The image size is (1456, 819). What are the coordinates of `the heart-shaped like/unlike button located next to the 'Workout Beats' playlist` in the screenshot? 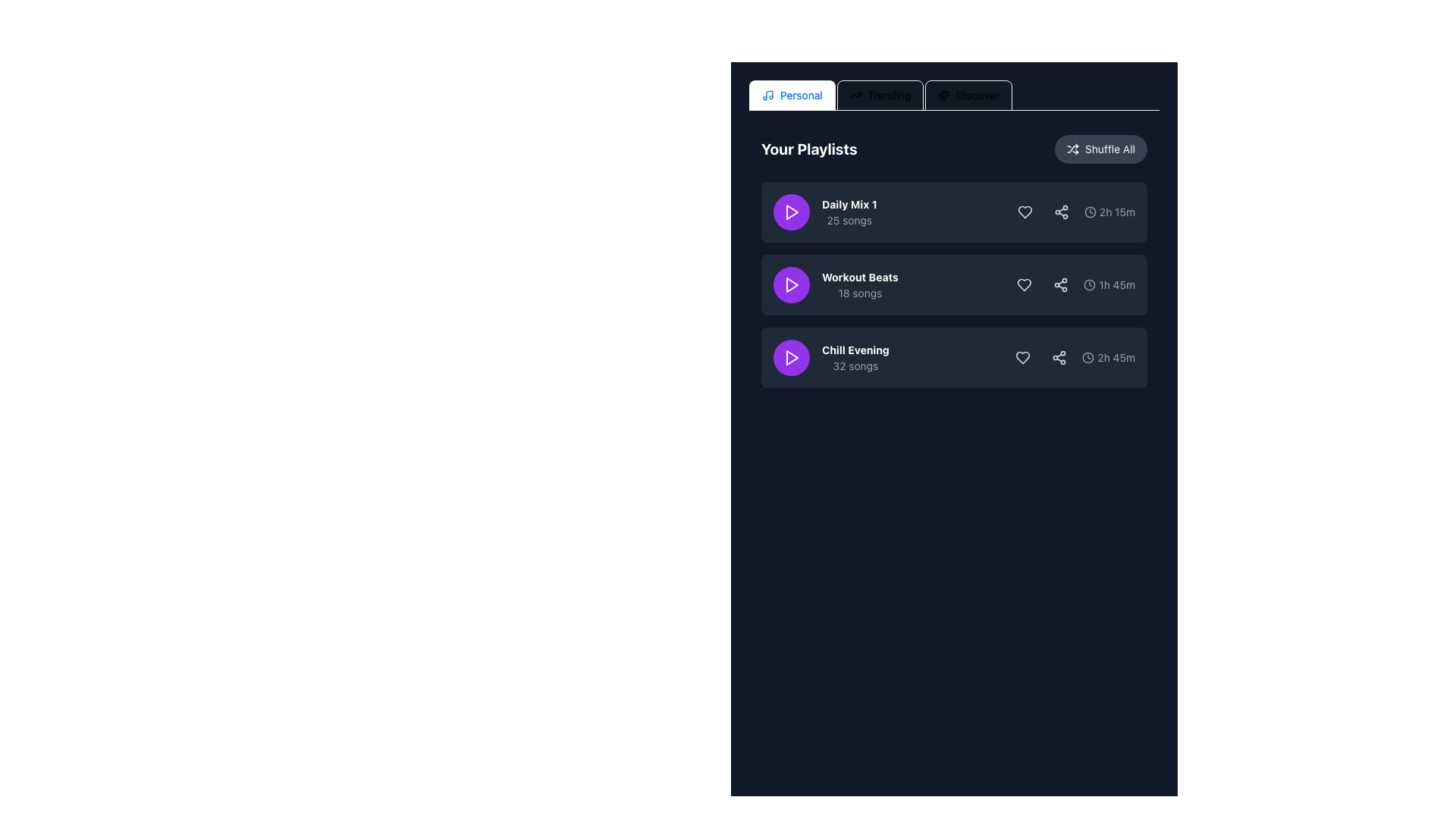 It's located at (1025, 284).